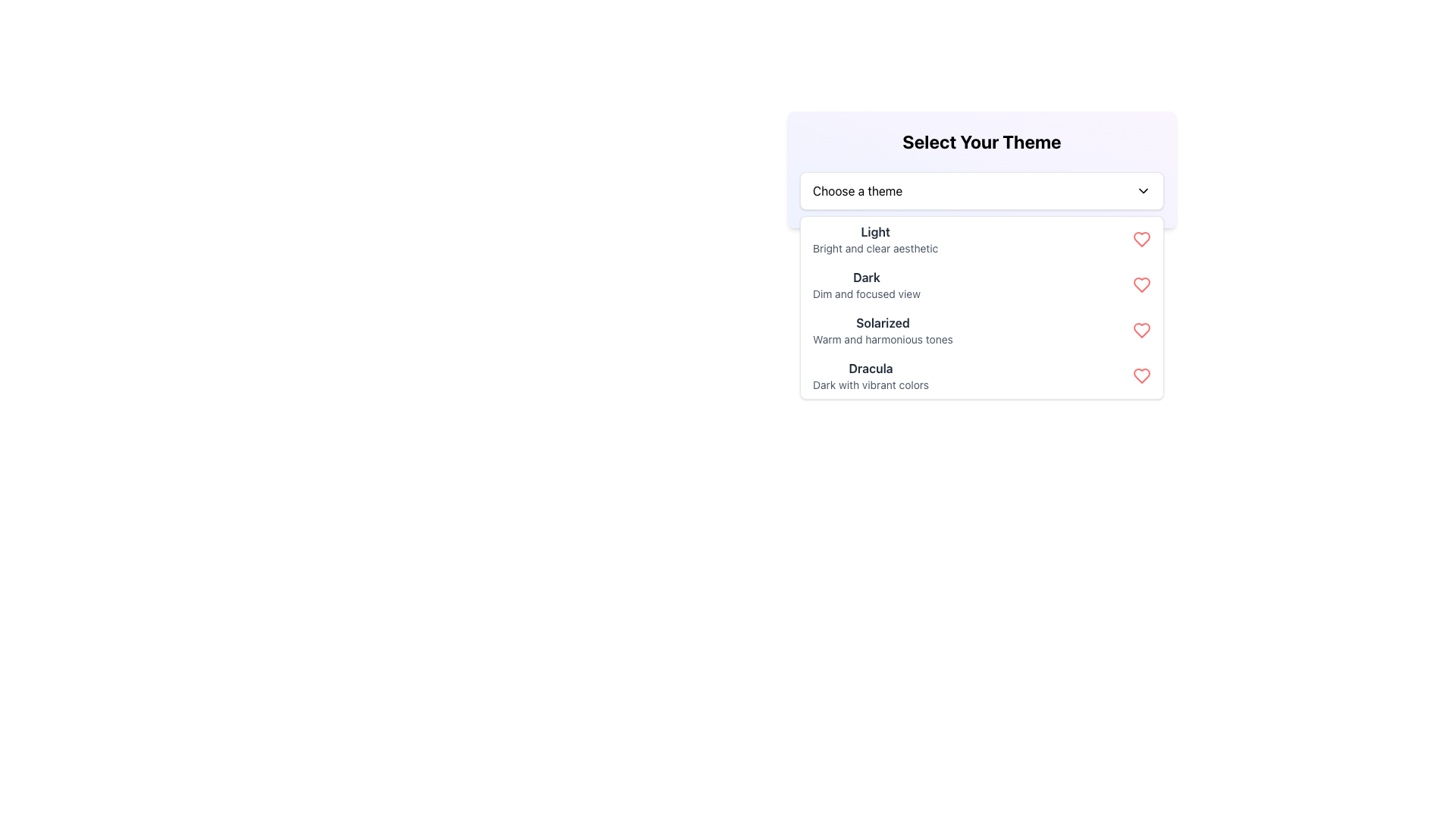 This screenshot has height=819, width=1456. What do you see at coordinates (875, 239) in the screenshot?
I see `the first List Item in the dropdown section titled 'Select Your Theme', which displays bold text 'Light' and lighter text 'Bright and clear aesthetic'` at bounding box center [875, 239].